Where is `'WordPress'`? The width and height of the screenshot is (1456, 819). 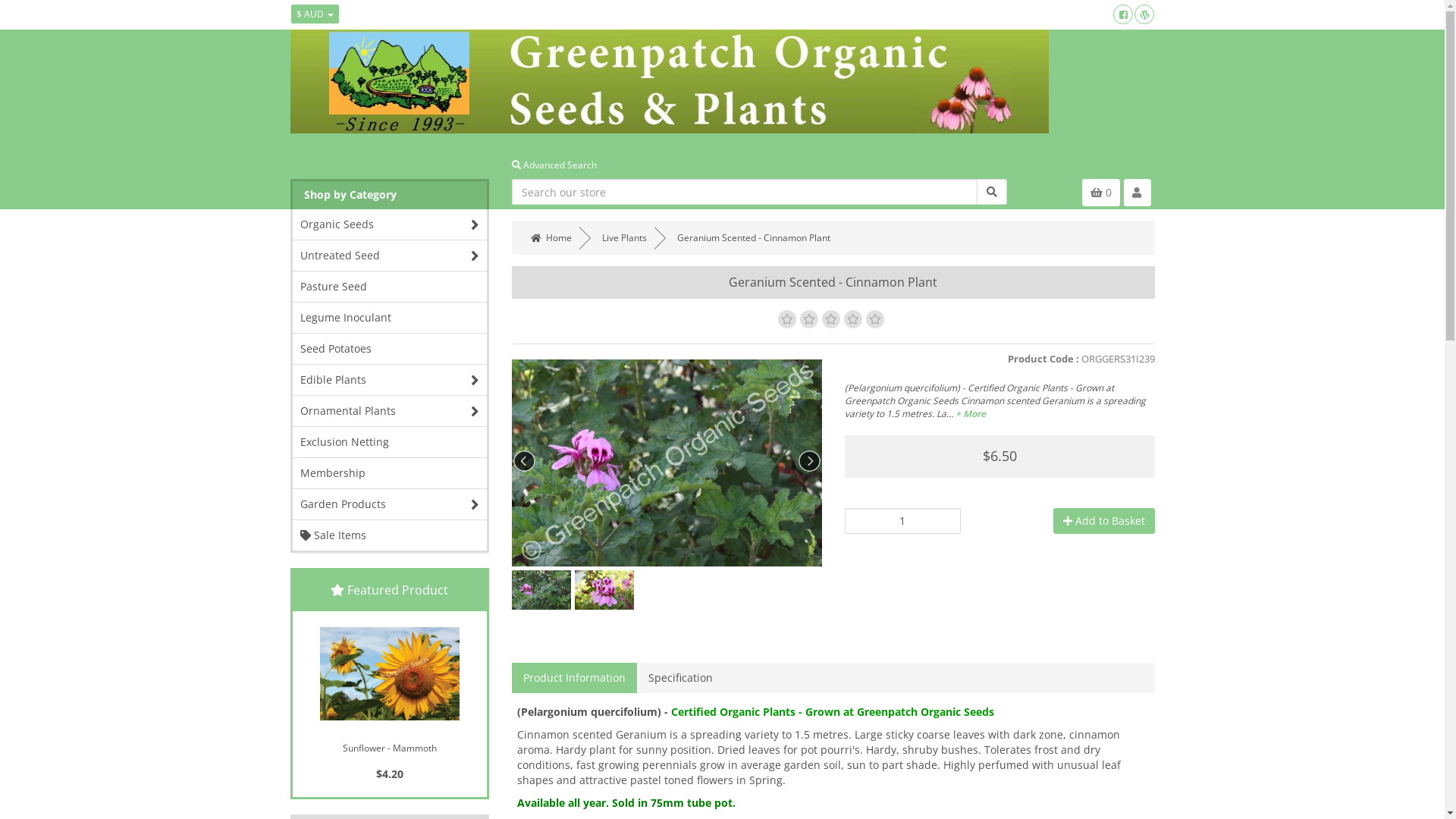 'WordPress' is located at coordinates (1144, 14).